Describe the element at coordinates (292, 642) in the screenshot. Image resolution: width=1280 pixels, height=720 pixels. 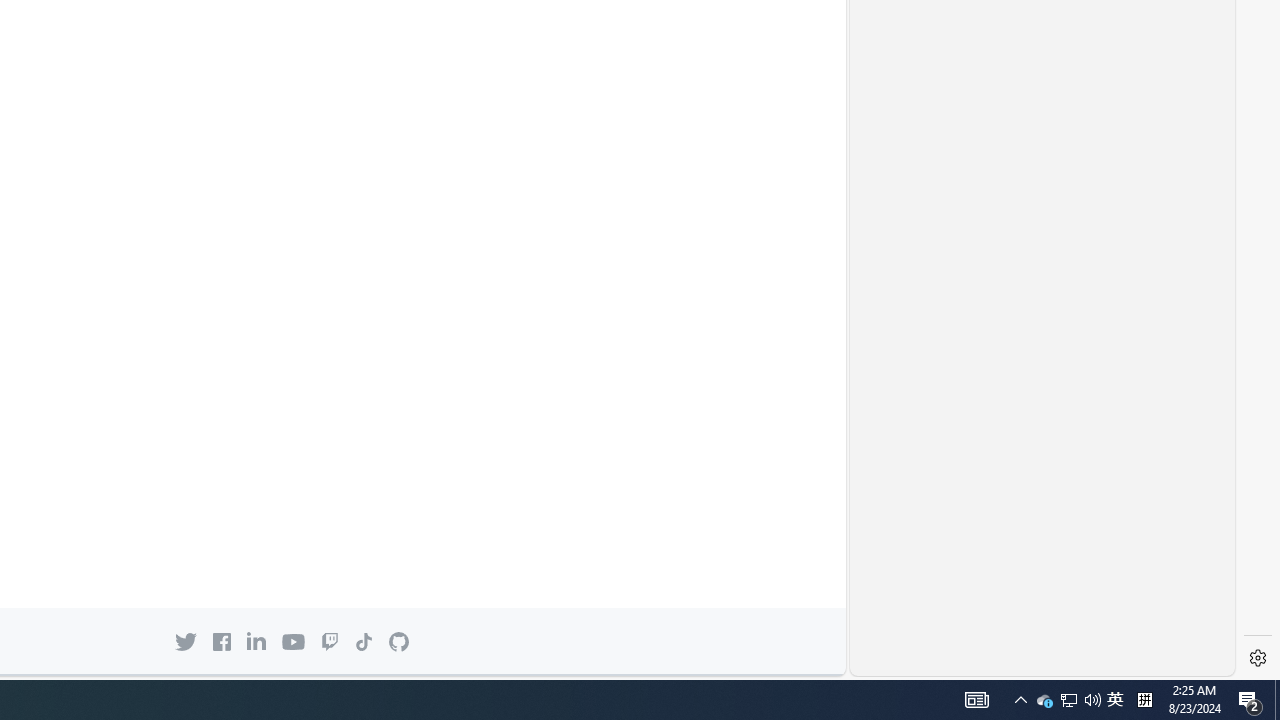
I see `'GitHub on YouTube'` at that location.